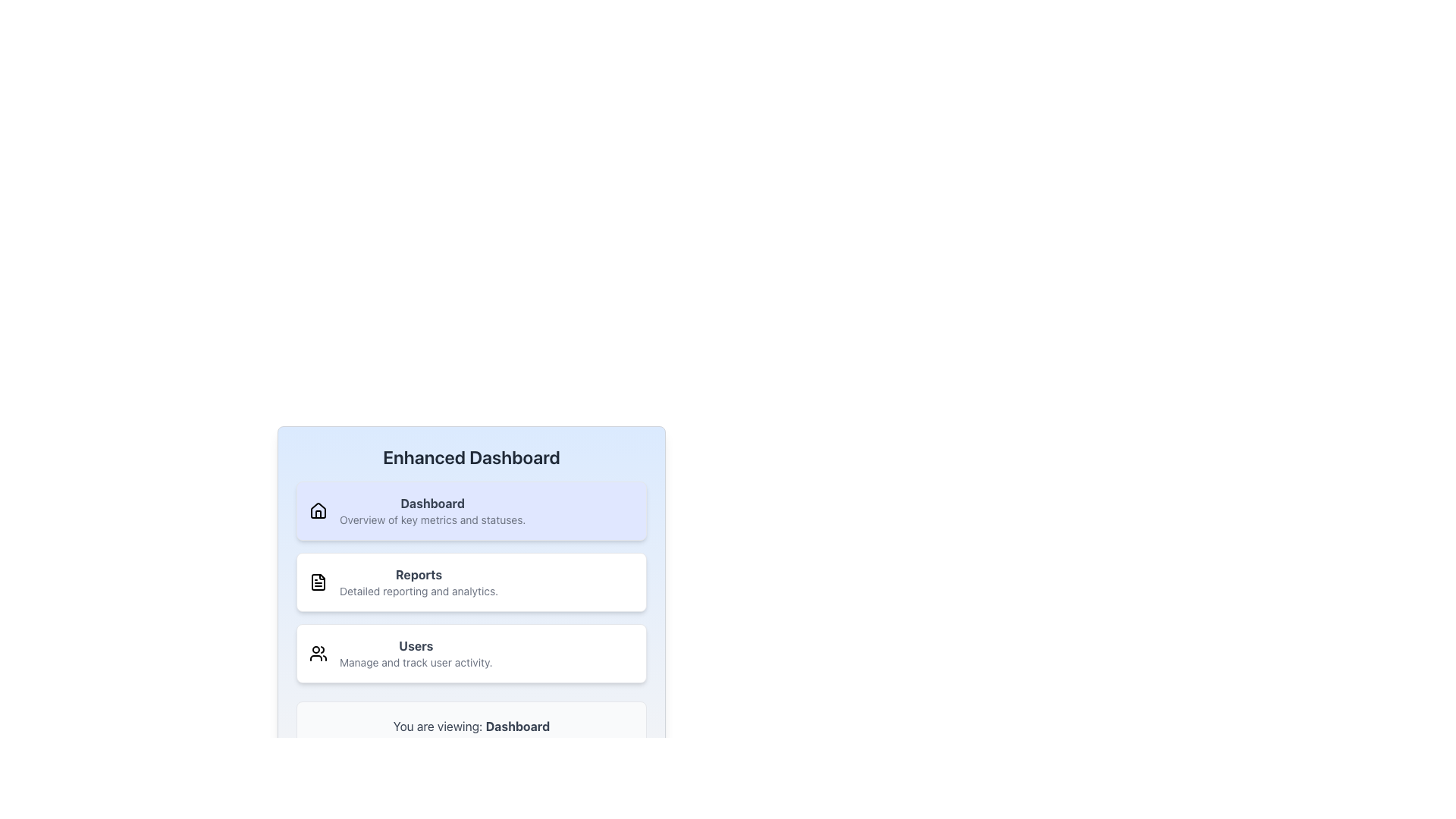 Image resolution: width=1456 pixels, height=819 pixels. I want to click on the user icon styled as a group of people, depicted with a circular design and overlapping silhouettes, located at the beginning of the third card labeled 'Users', so click(318, 652).